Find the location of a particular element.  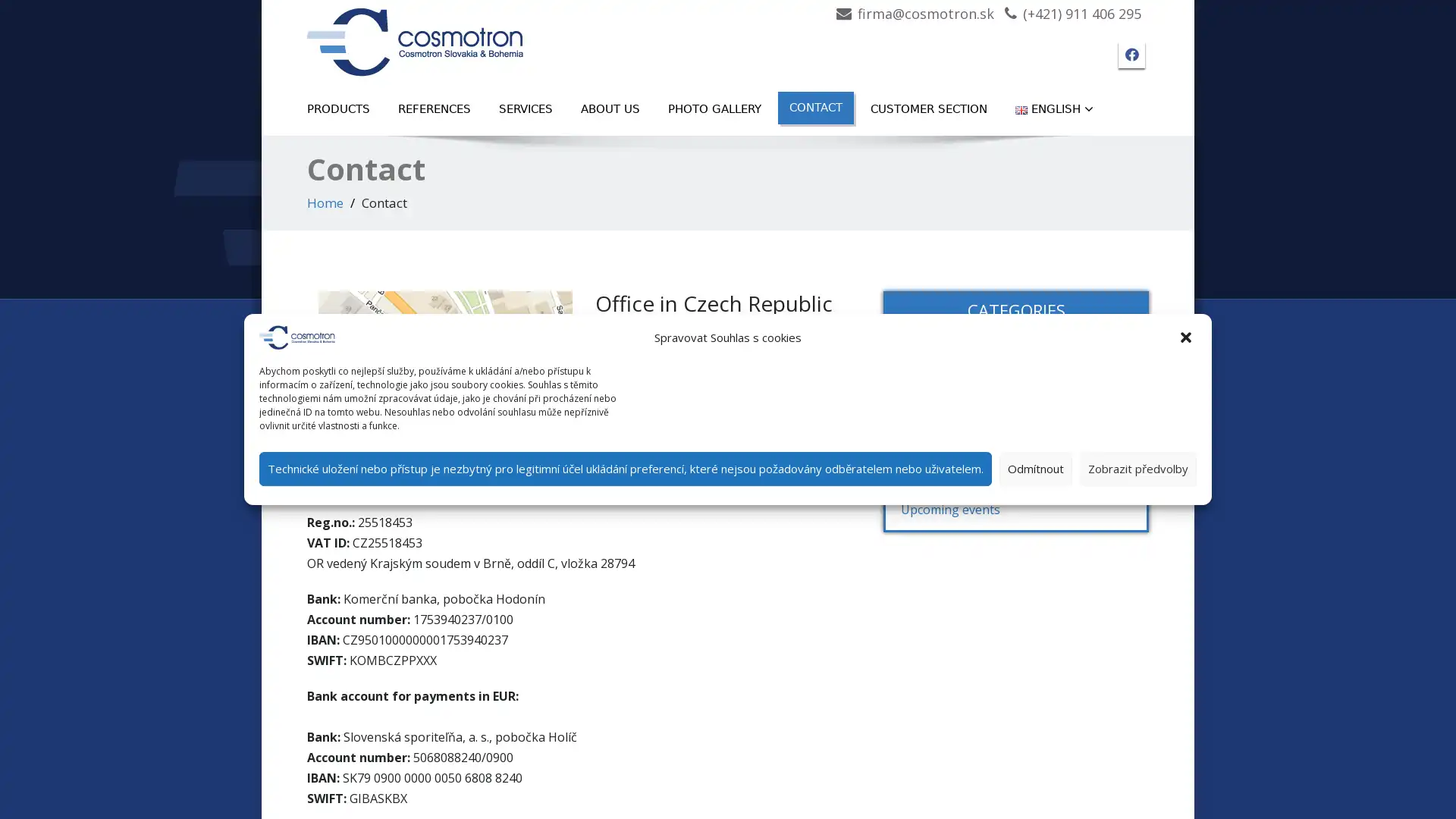

Technicke ulozeni nebo pristup je nezbytny pro legitimni ucel ukladani preferenci, ktere nejsou pozadovany odberatelem nebo uzivatelem. is located at coordinates (626, 467).